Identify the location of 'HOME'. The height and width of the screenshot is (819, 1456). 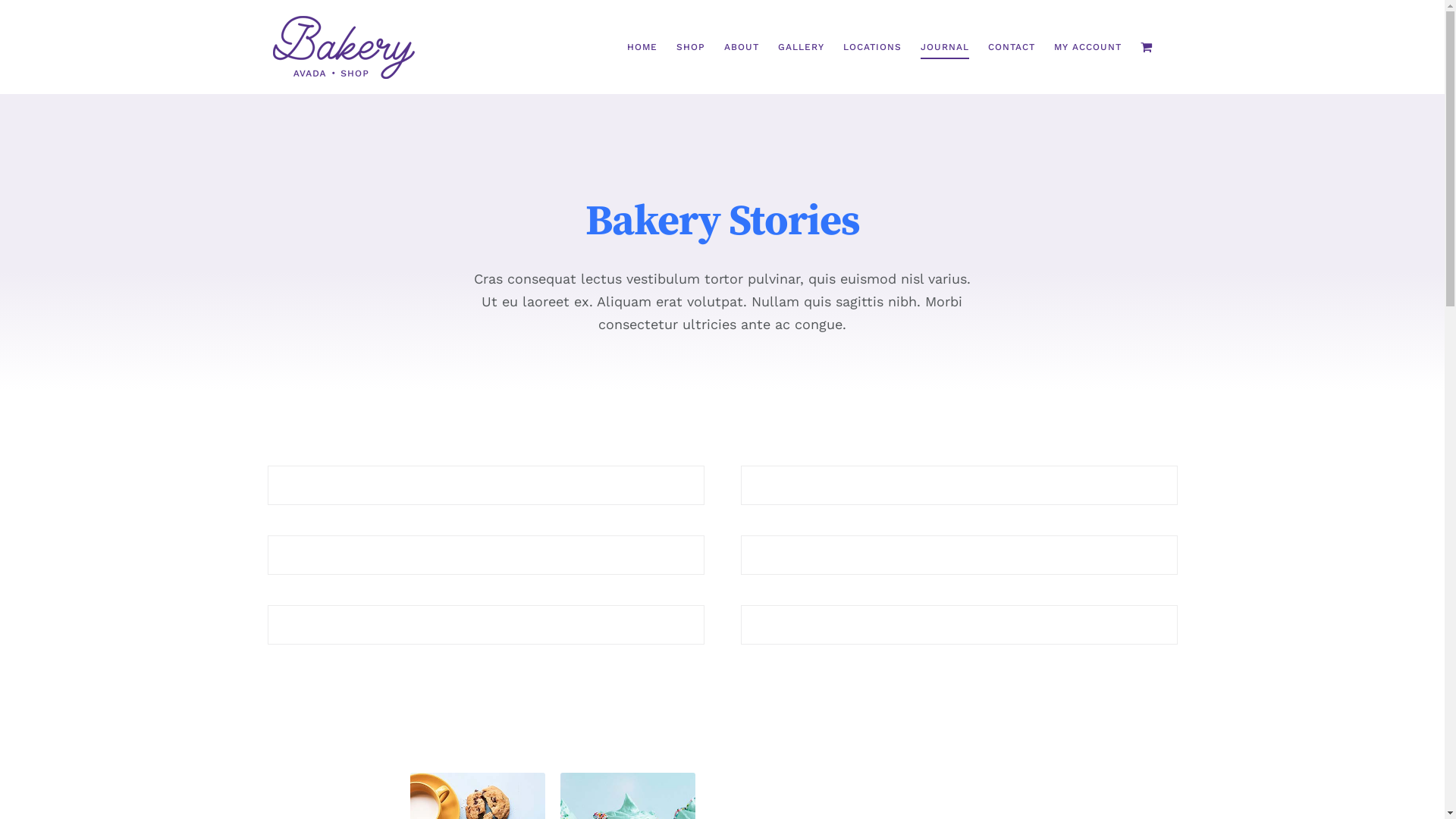
(641, 45).